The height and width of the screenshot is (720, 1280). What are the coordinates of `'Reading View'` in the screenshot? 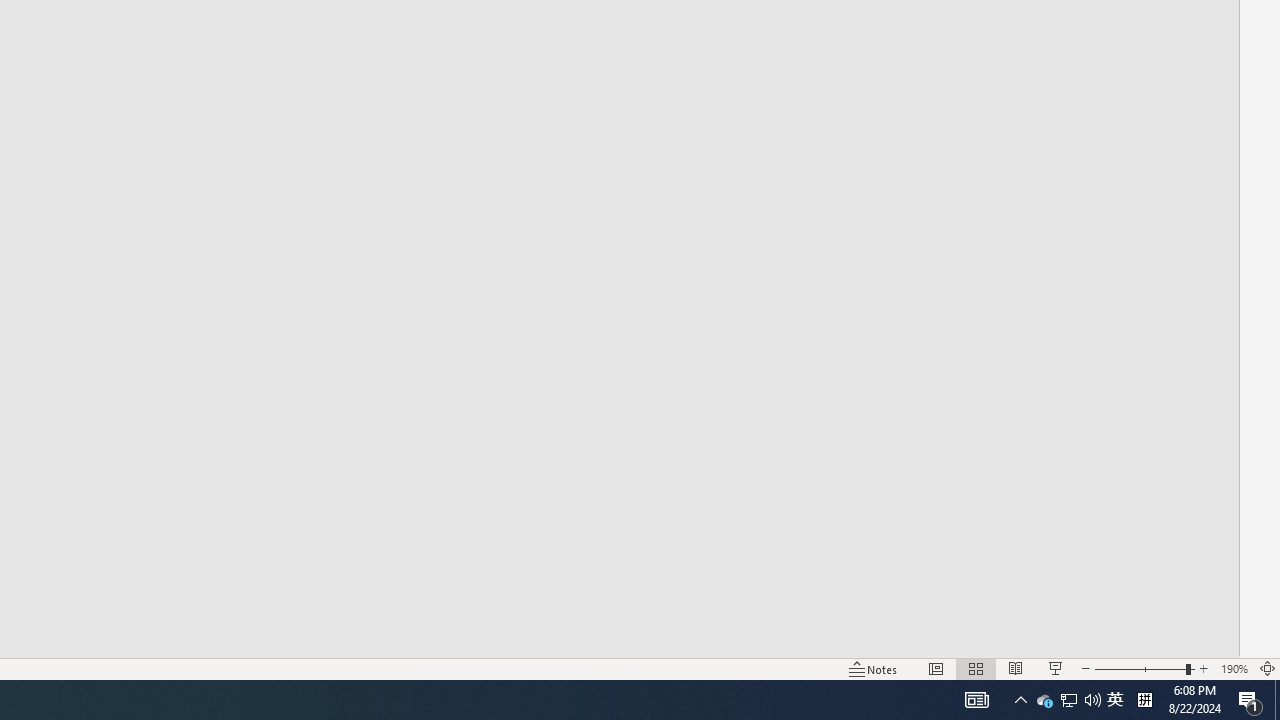 It's located at (1015, 669).